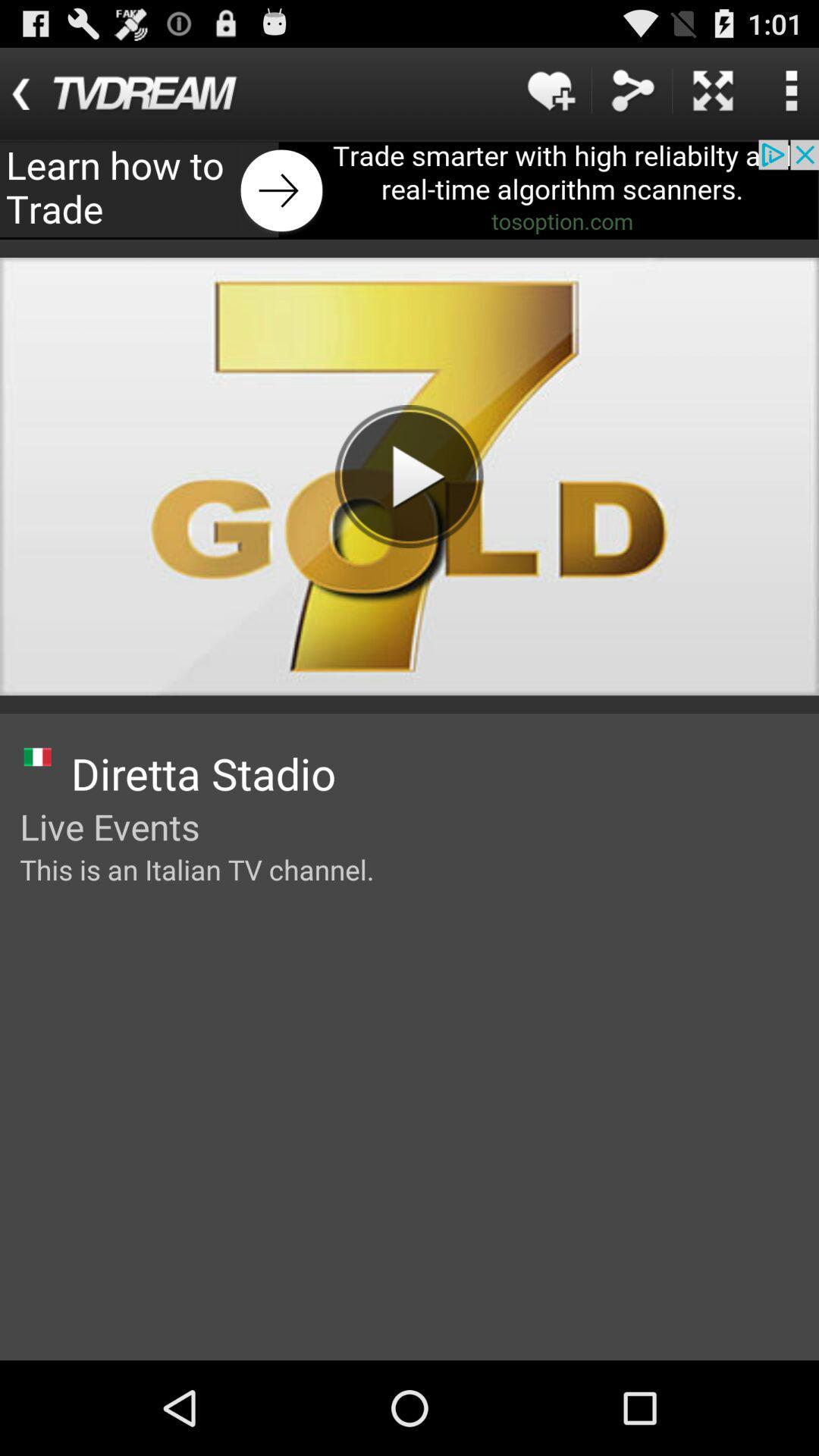  Describe the element at coordinates (713, 89) in the screenshot. I see `expand page to fullscreen` at that location.